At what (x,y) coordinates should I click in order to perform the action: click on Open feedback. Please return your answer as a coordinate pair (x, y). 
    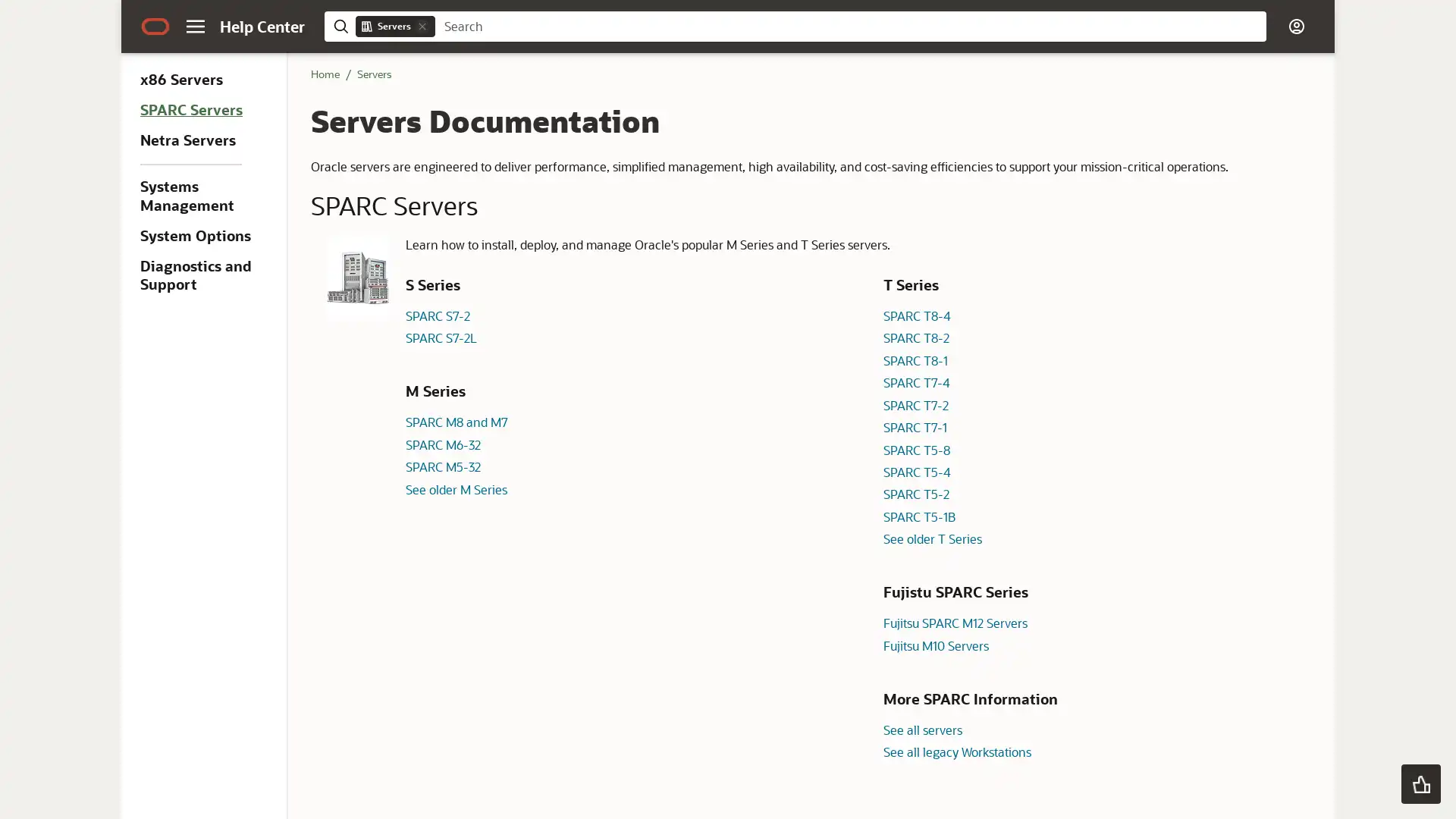
    Looking at the image, I should click on (1420, 783).